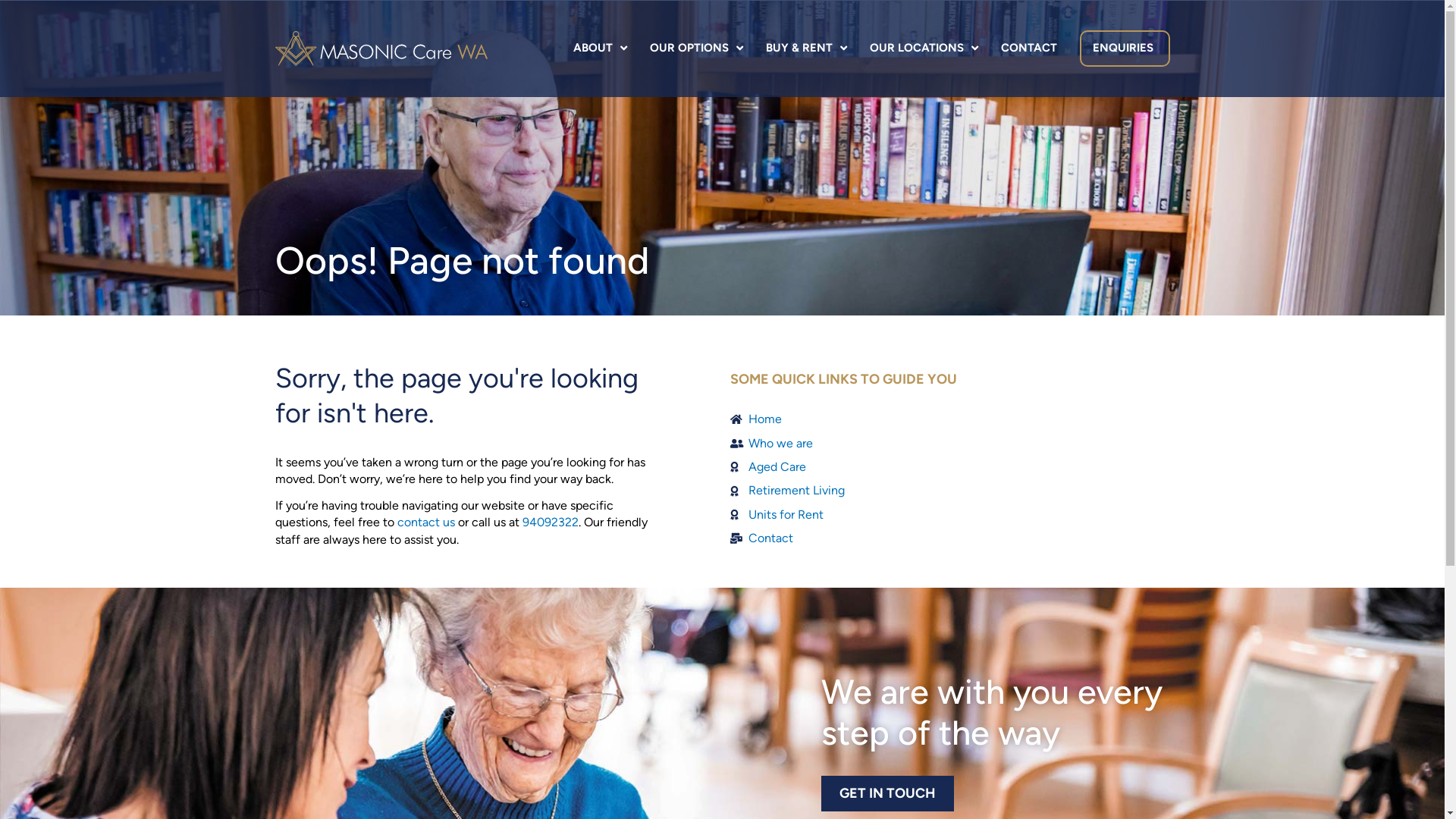 The height and width of the screenshot is (819, 1456). Describe the element at coordinates (886, 792) in the screenshot. I see `'GET IN TOUCH'` at that location.